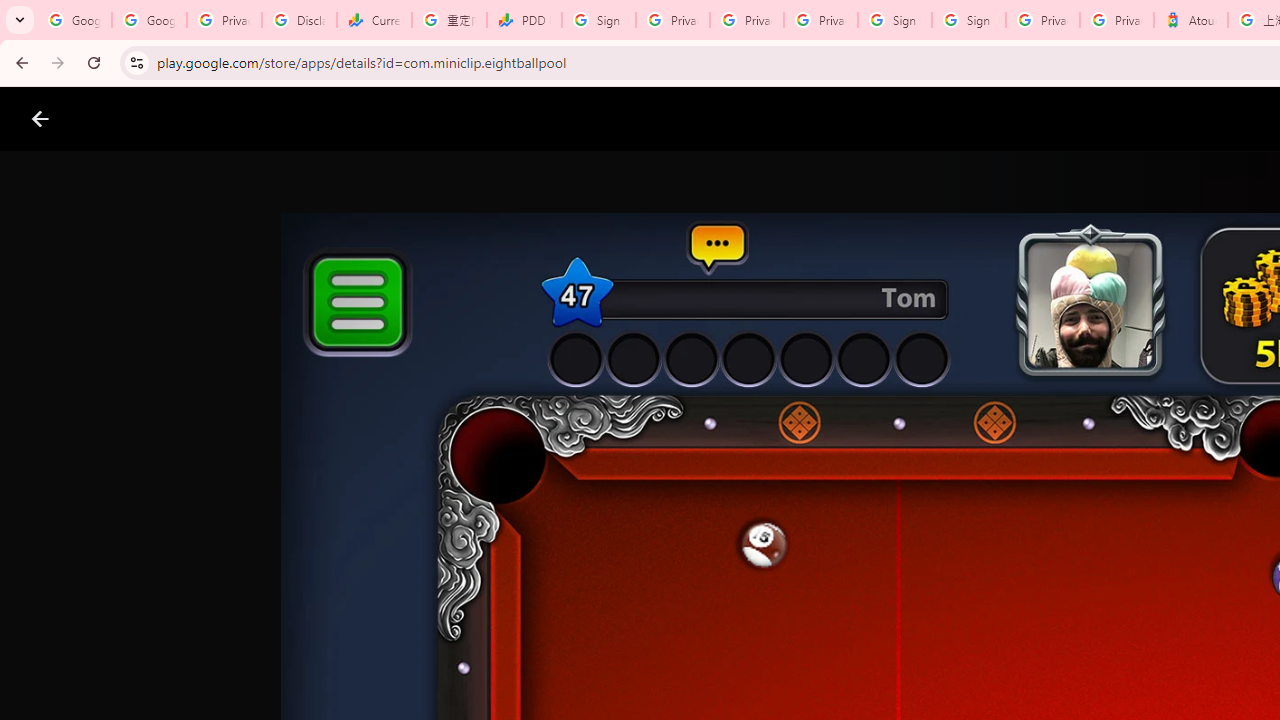 This screenshot has width=1280, height=720. What do you see at coordinates (374, 20) in the screenshot?
I see `'Currencies - Google Finance'` at bounding box center [374, 20].